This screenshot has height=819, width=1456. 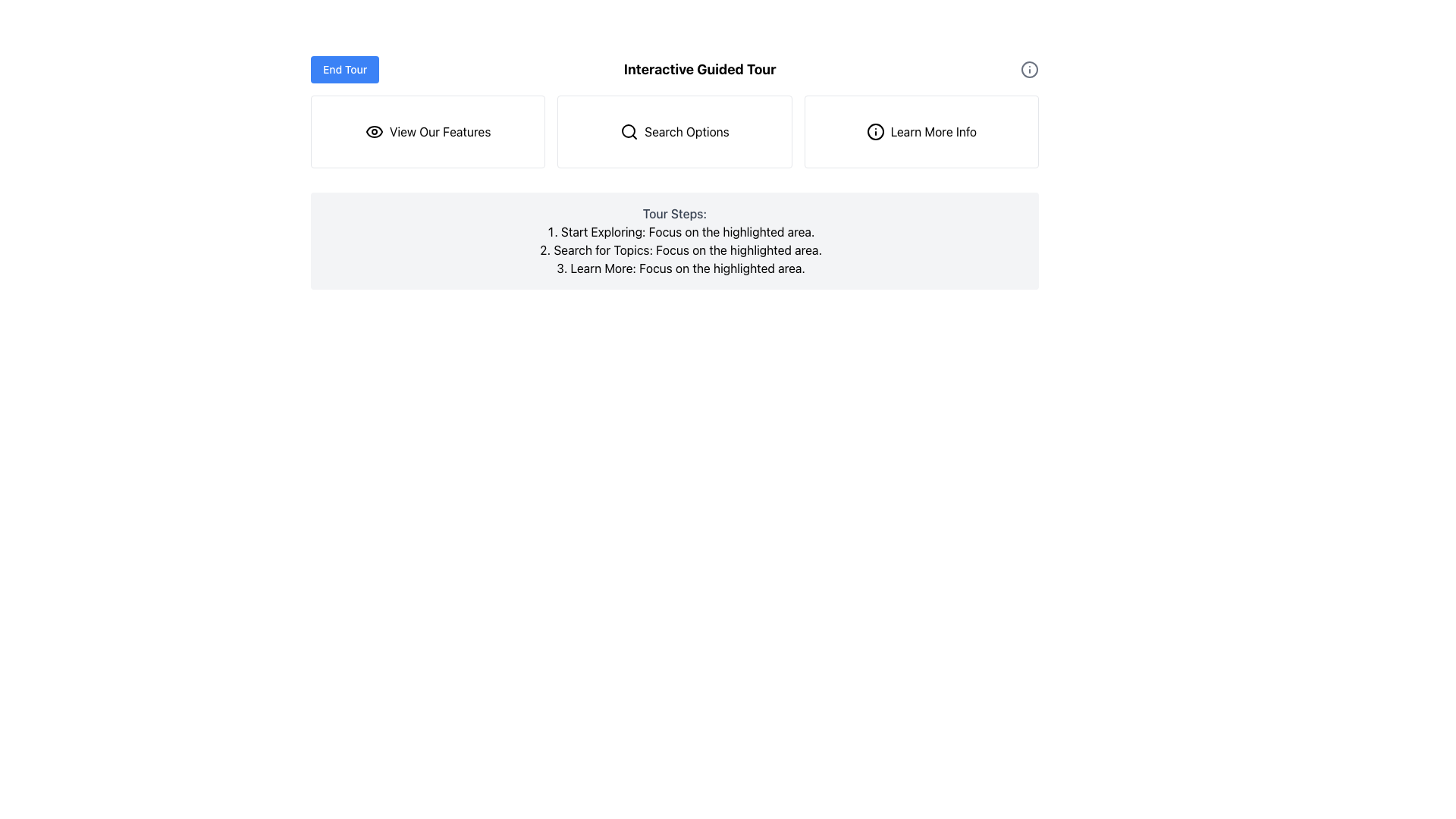 What do you see at coordinates (375, 130) in the screenshot?
I see `the circular eye icon to the left of the 'View Our Features' text for design context` at bounding box center [375, 130].